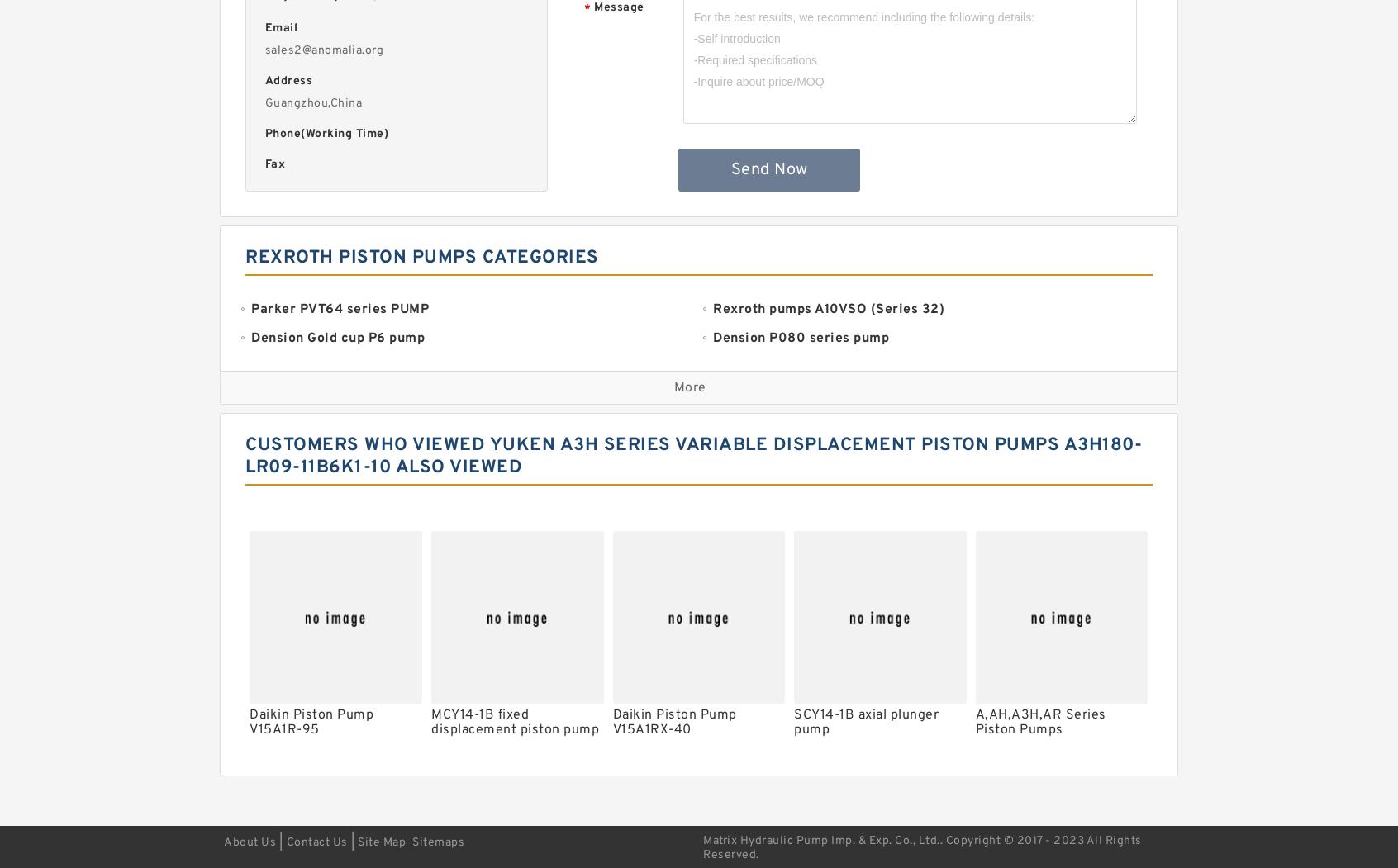 This screenshot has height=868, width=1398. What do you see at coordinates (828, 308) in the screenshot?
I see `'Rexroth pumps A10VSO (Series 32)'` at bounding box center [828, 308].